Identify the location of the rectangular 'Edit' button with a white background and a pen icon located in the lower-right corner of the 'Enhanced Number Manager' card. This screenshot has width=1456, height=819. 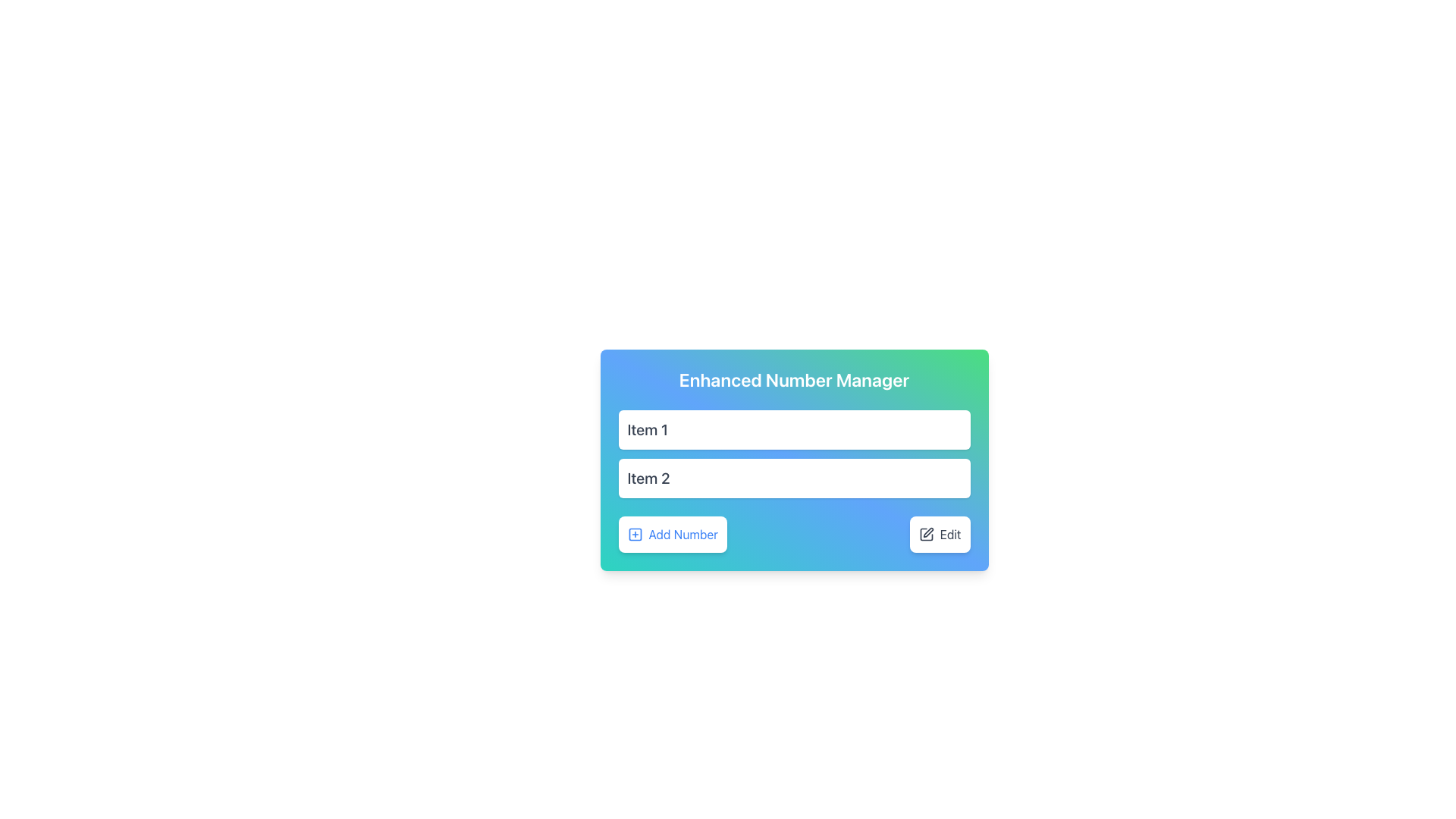
(939, 534).